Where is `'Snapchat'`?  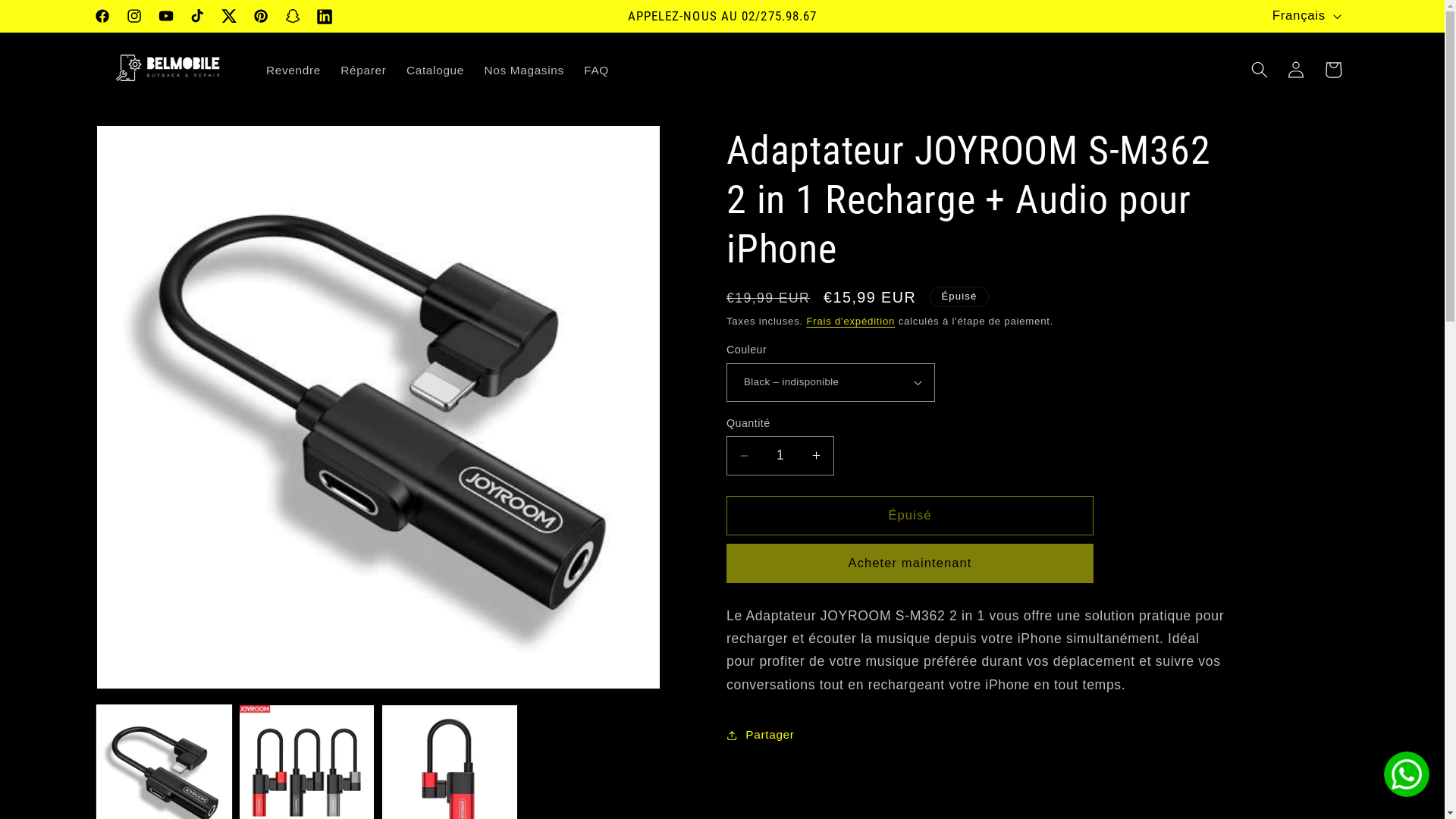
'Snapchat' is located at coordinates (292, 17).